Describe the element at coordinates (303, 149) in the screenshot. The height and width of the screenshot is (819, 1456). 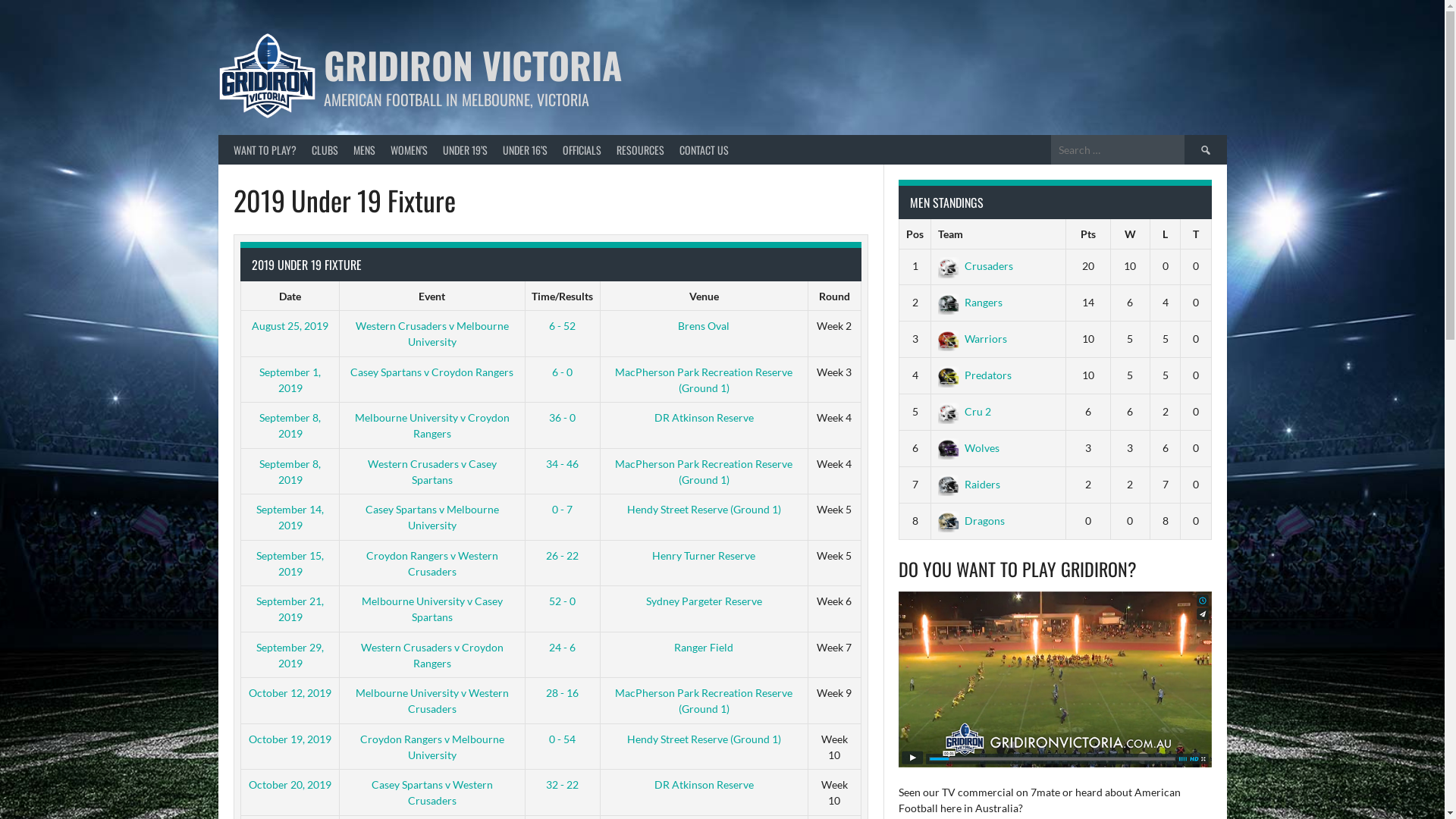
I see `'CLUBS'` at that location.